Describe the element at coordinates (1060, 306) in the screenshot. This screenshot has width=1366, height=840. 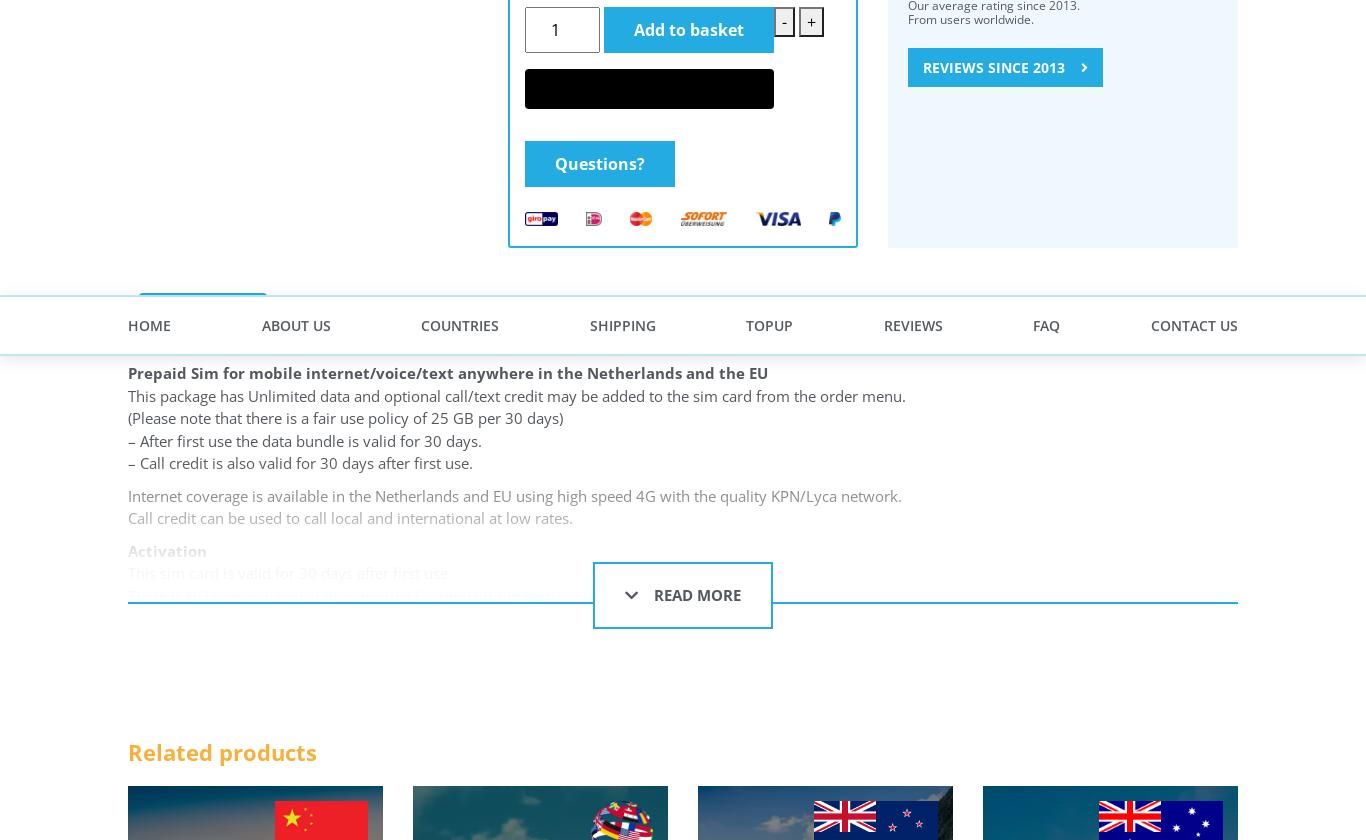
I see `'Prepaidzero founded in 2013, is a concept of IAS BV which is based in Amsterdam, the Netherlands. Since 2013, we help travelers around the world save money on phone and internet charges.'` at that location.